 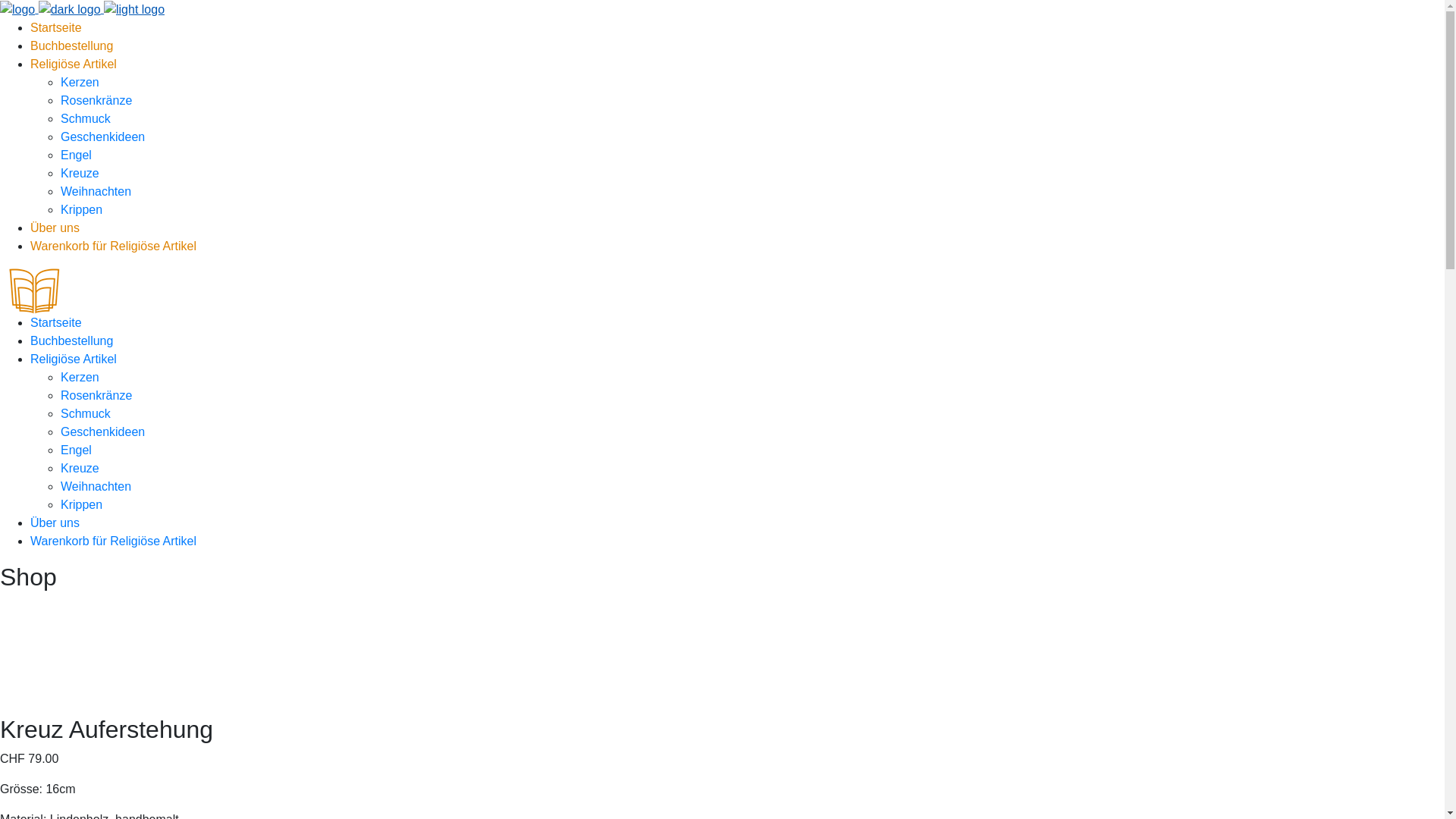 I want to click on 'Buchbestellung', so click(x=71, y=340).